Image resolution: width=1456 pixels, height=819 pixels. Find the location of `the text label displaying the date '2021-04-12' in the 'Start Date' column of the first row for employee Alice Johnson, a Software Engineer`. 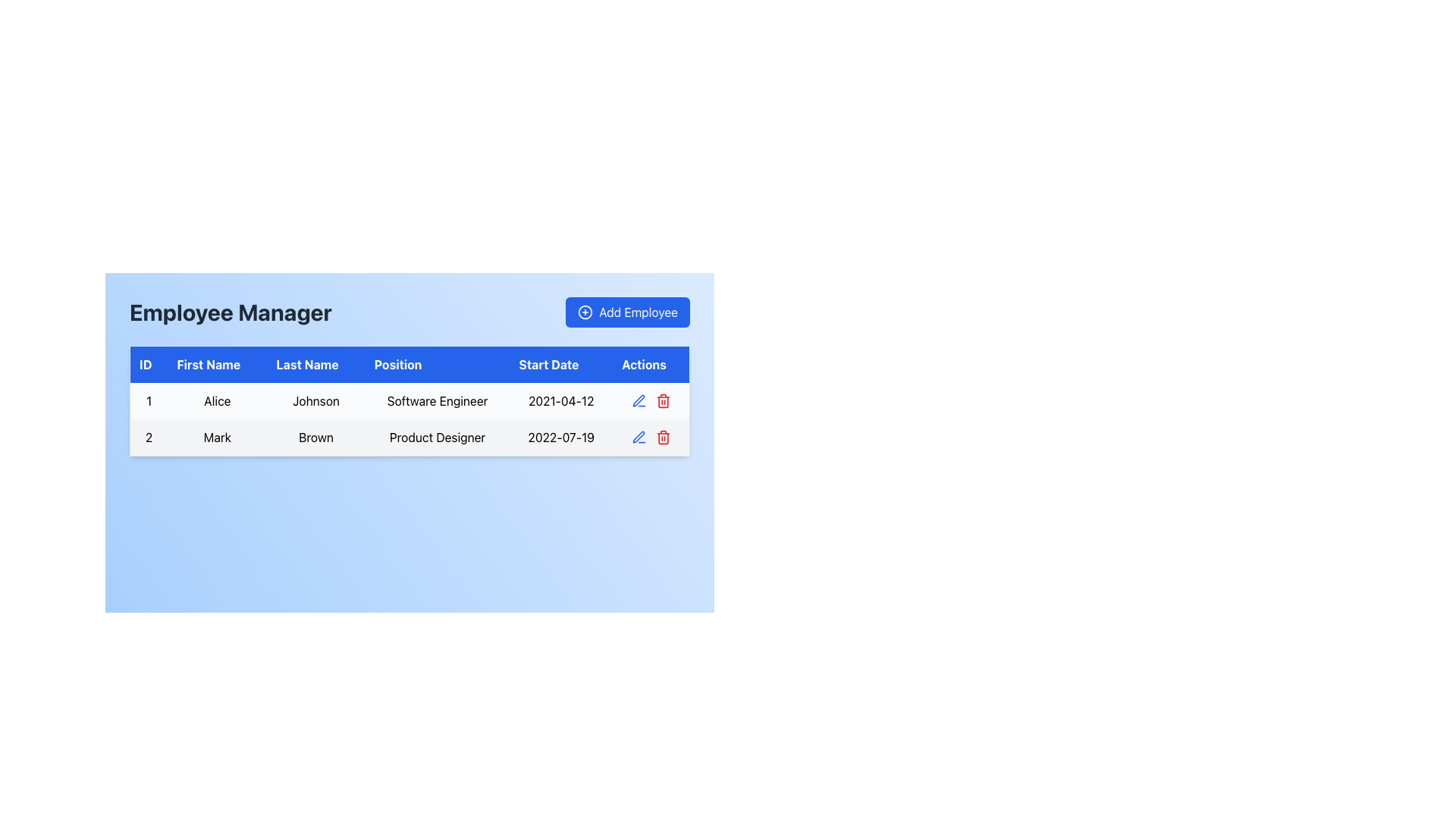

the text label displaying the date '2021-04-12' in the 'Start Date' column of the first row for employee Alice Johnson, a Software Engineer is located at coordinates (560, 400).